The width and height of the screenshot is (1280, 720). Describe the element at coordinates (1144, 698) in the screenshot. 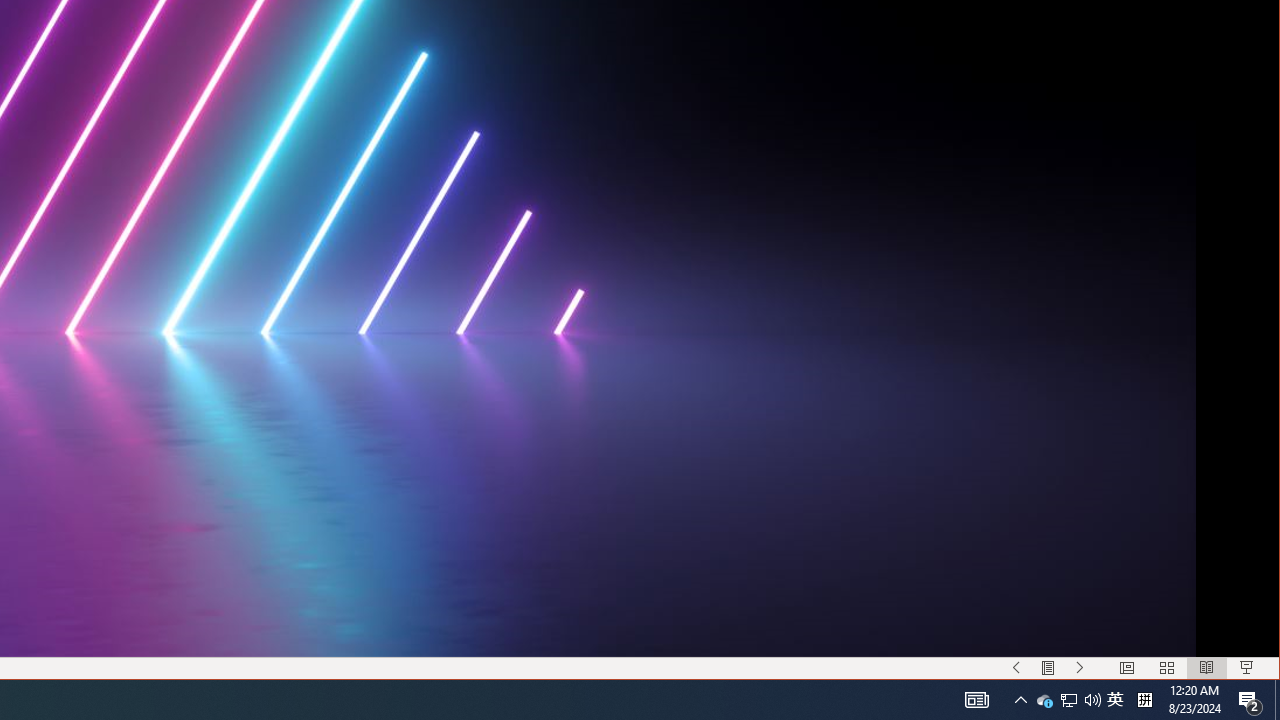

I see `'Tray Input Indicator - Chinese (Simplified, China)'` at that location.